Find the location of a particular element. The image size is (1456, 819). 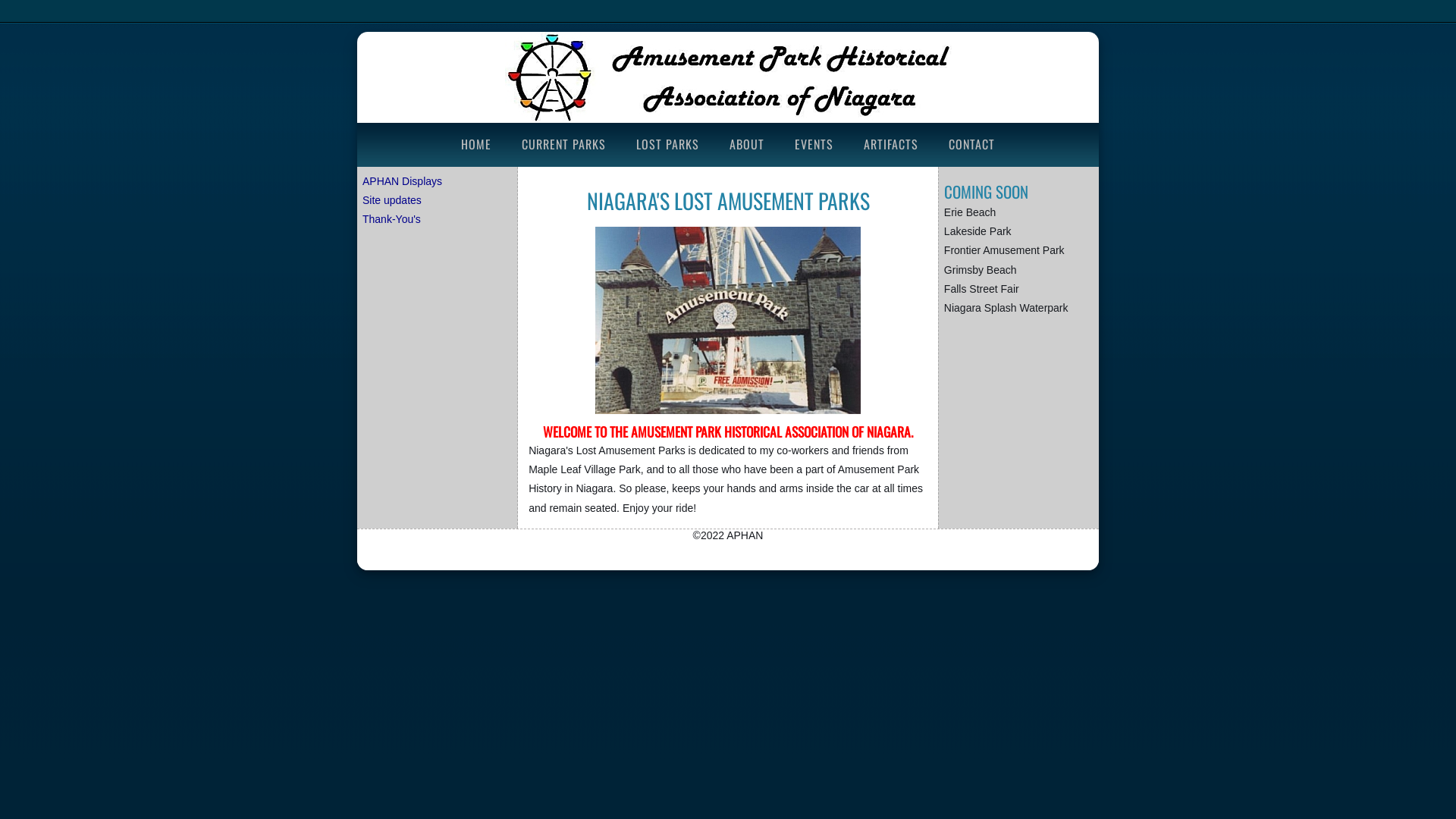

'EVENTS' is located at coordinates (813, 143).